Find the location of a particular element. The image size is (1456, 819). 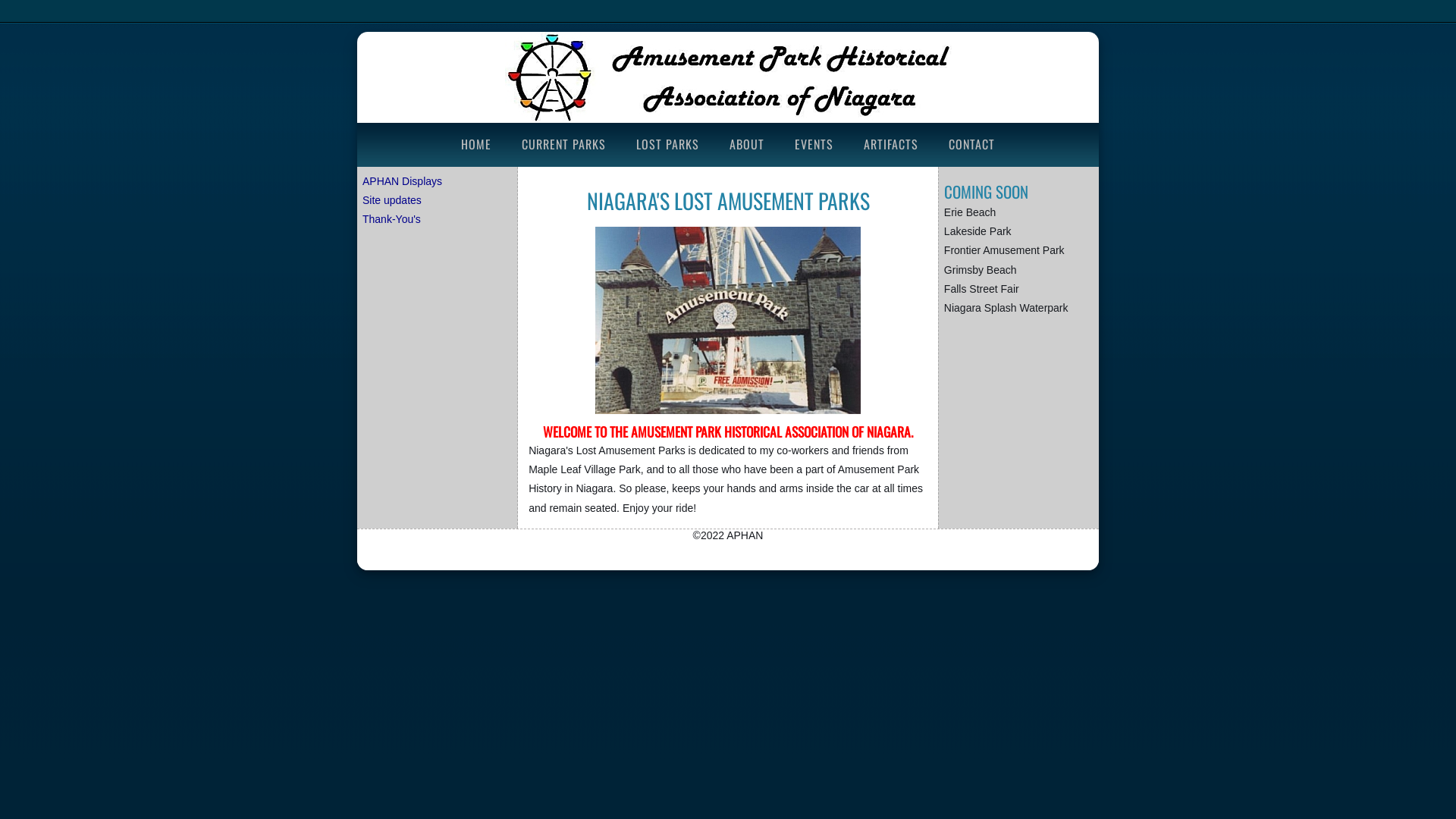

'EVENTS' is located at coordinates (813, 143).